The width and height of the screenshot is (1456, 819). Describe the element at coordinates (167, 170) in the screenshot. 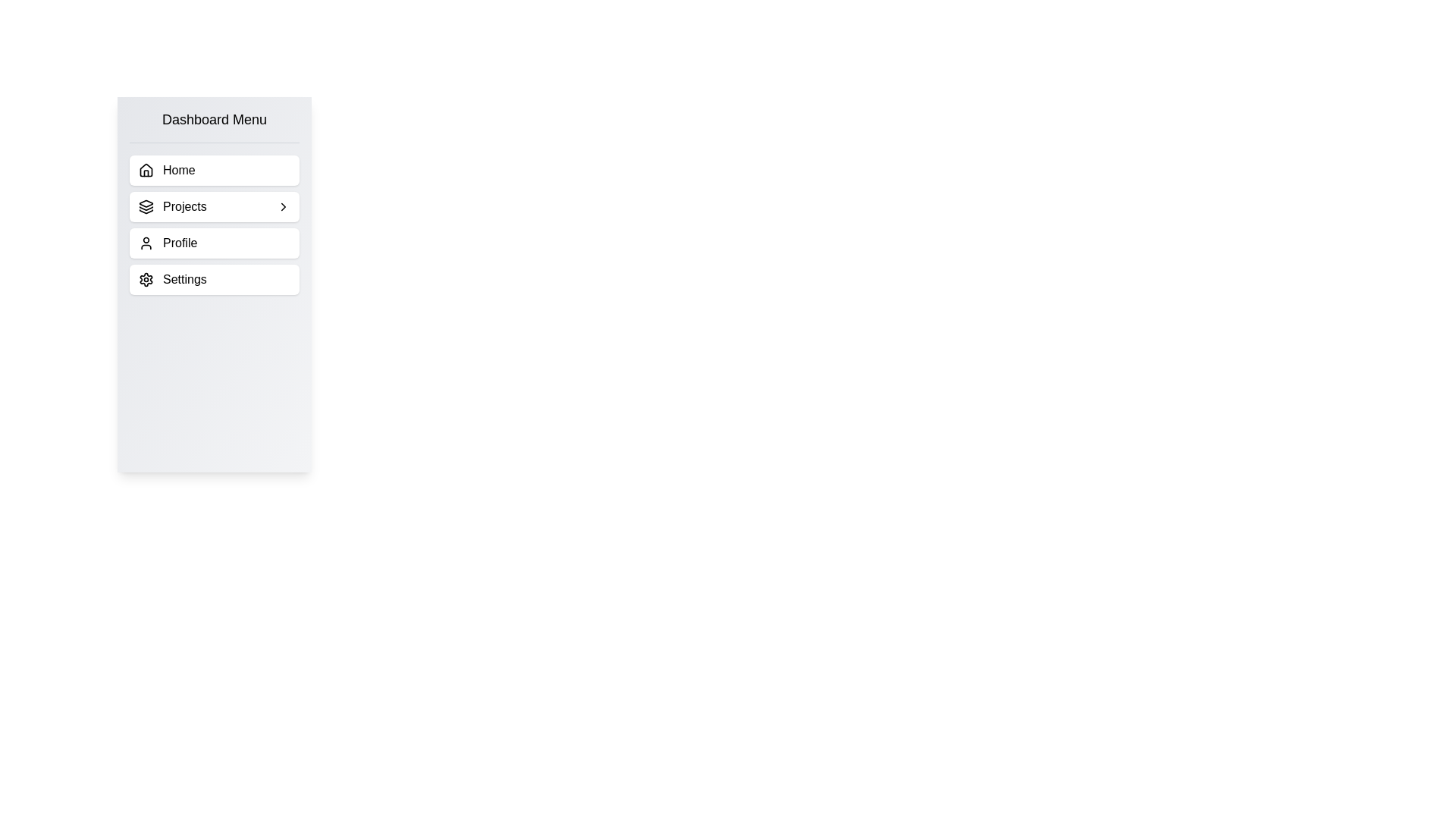

I see `the 'Home' Navigation Menu Item located at the top-left corner of the menu` at that location.